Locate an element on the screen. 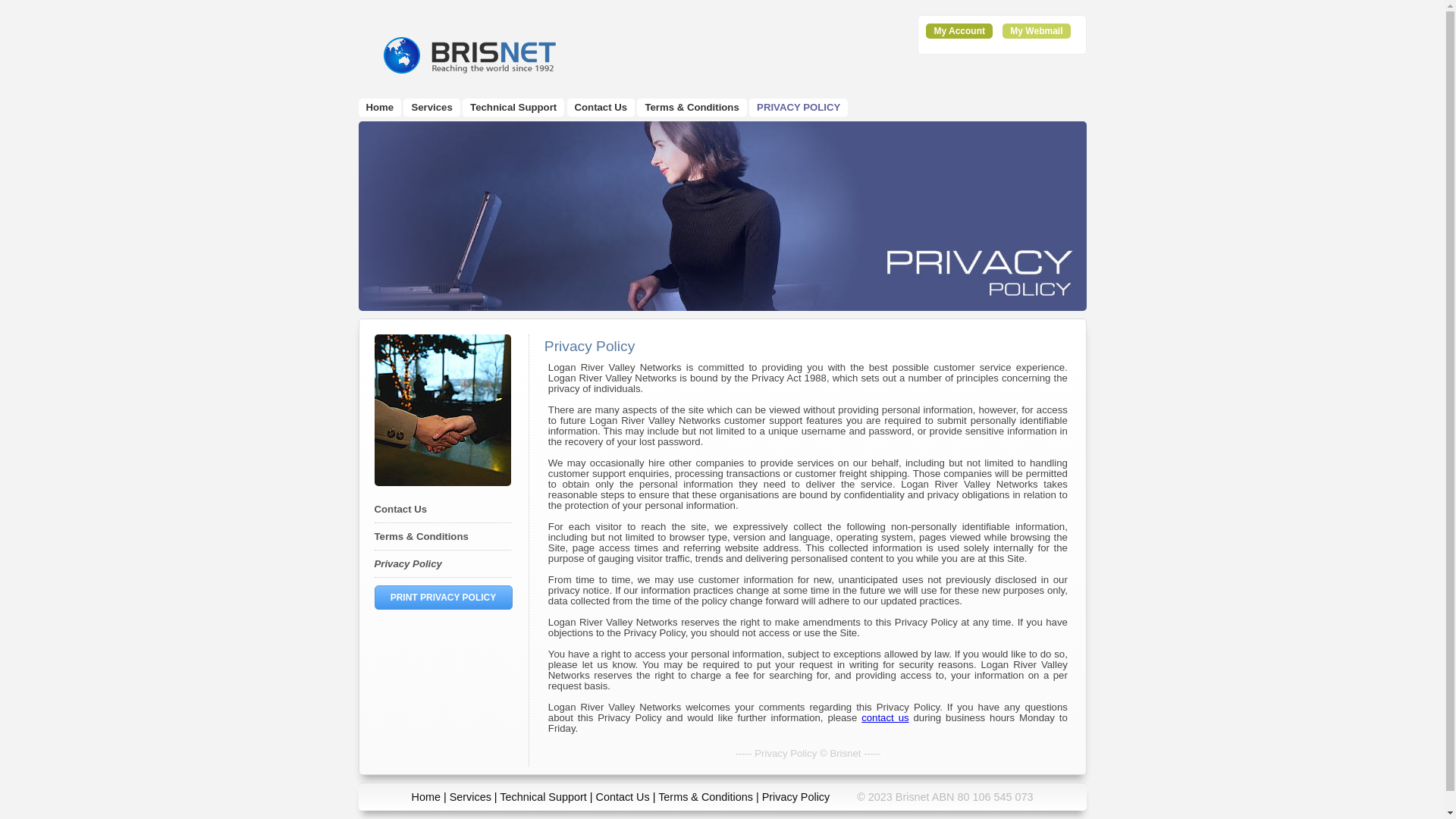 This screenshot has height=819, width=1456. 'PRINT PRIVACY POLICY' is located at coordinates (443, 596).